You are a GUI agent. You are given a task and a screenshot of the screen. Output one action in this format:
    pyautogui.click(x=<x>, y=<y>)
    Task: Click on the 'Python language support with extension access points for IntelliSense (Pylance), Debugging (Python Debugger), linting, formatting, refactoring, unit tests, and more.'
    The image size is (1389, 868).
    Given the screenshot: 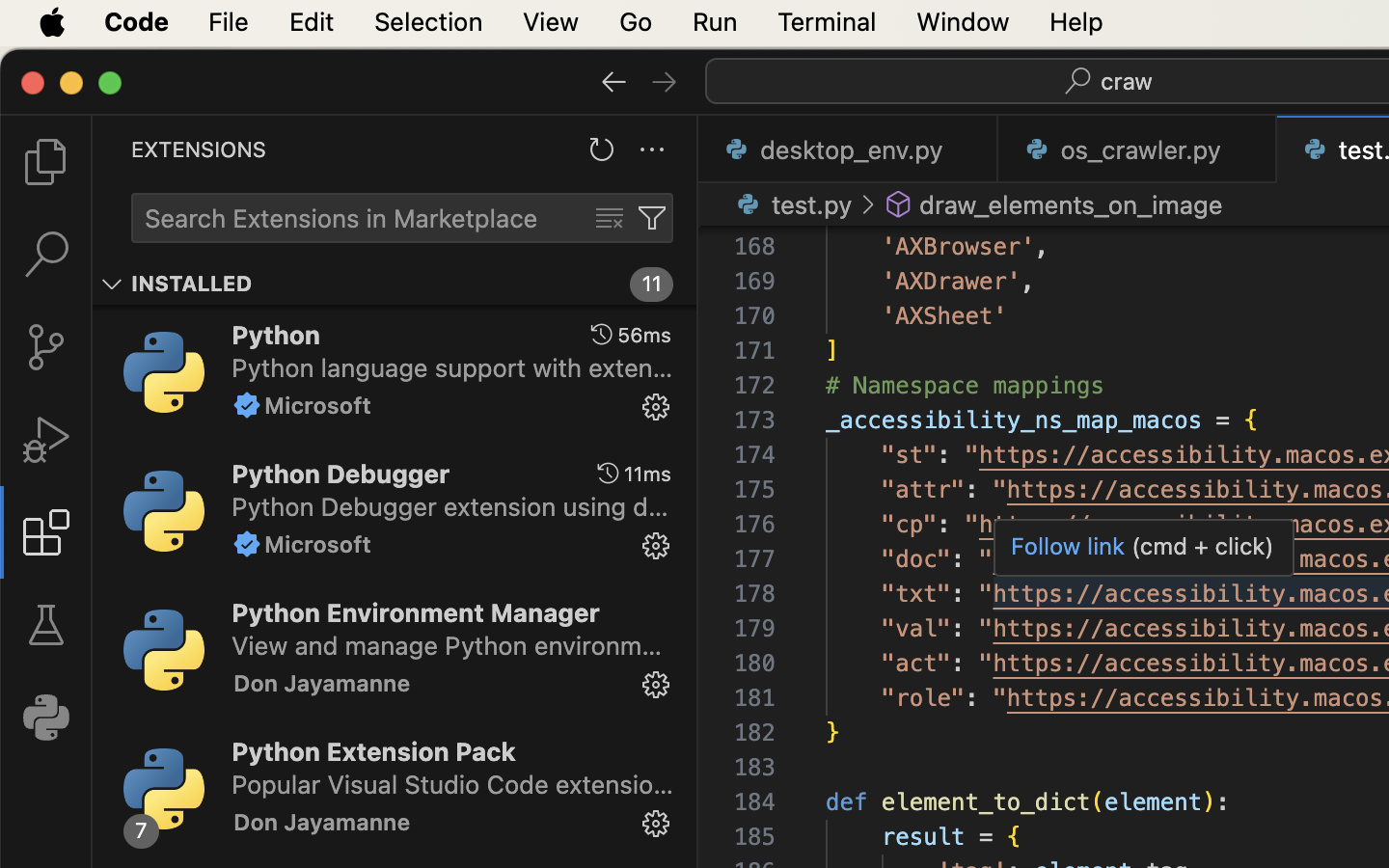 What is the action you would take?
    pyautogui.click(x=452, y=366)
    